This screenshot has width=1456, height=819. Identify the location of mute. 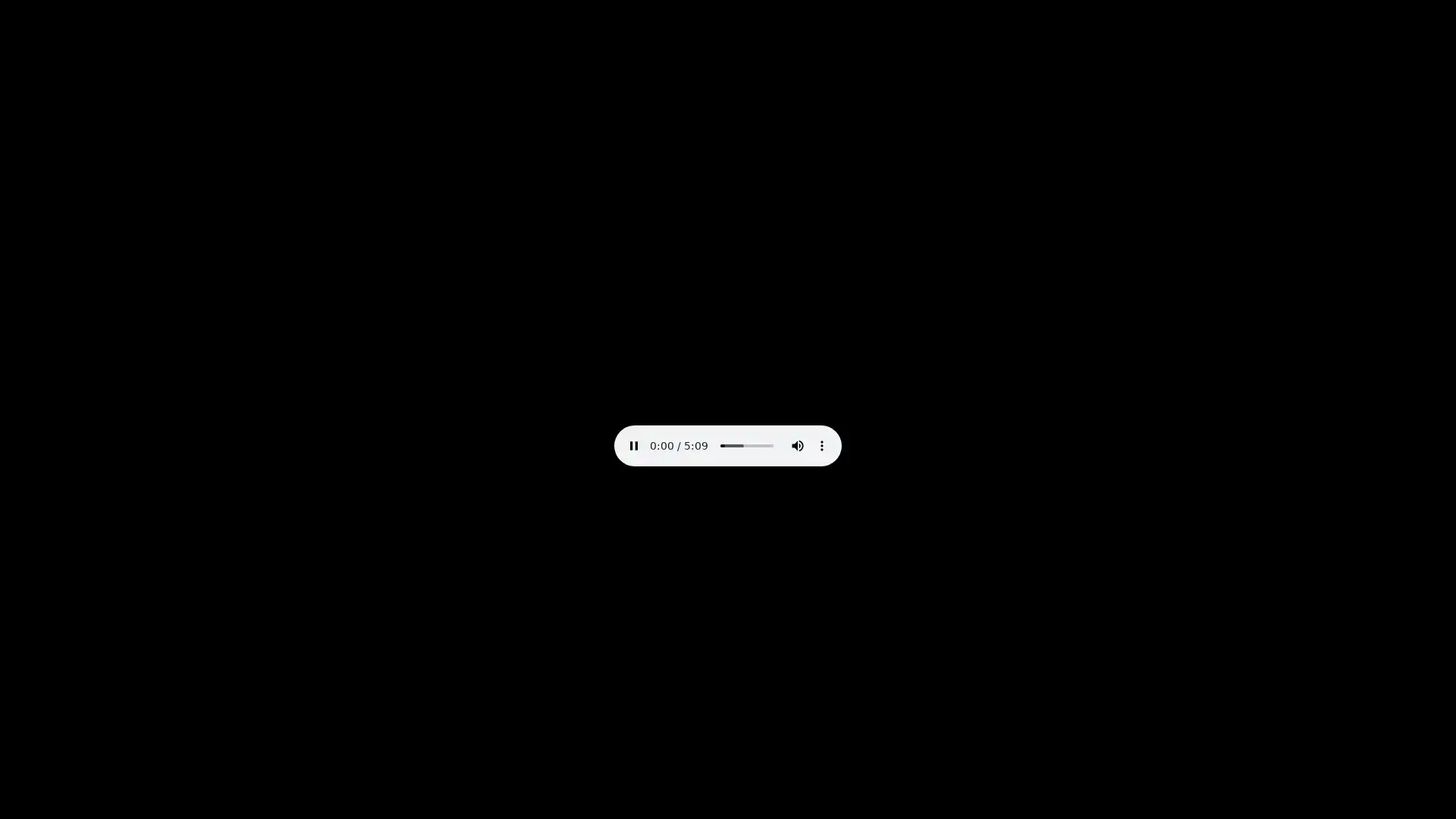
(796, 444).